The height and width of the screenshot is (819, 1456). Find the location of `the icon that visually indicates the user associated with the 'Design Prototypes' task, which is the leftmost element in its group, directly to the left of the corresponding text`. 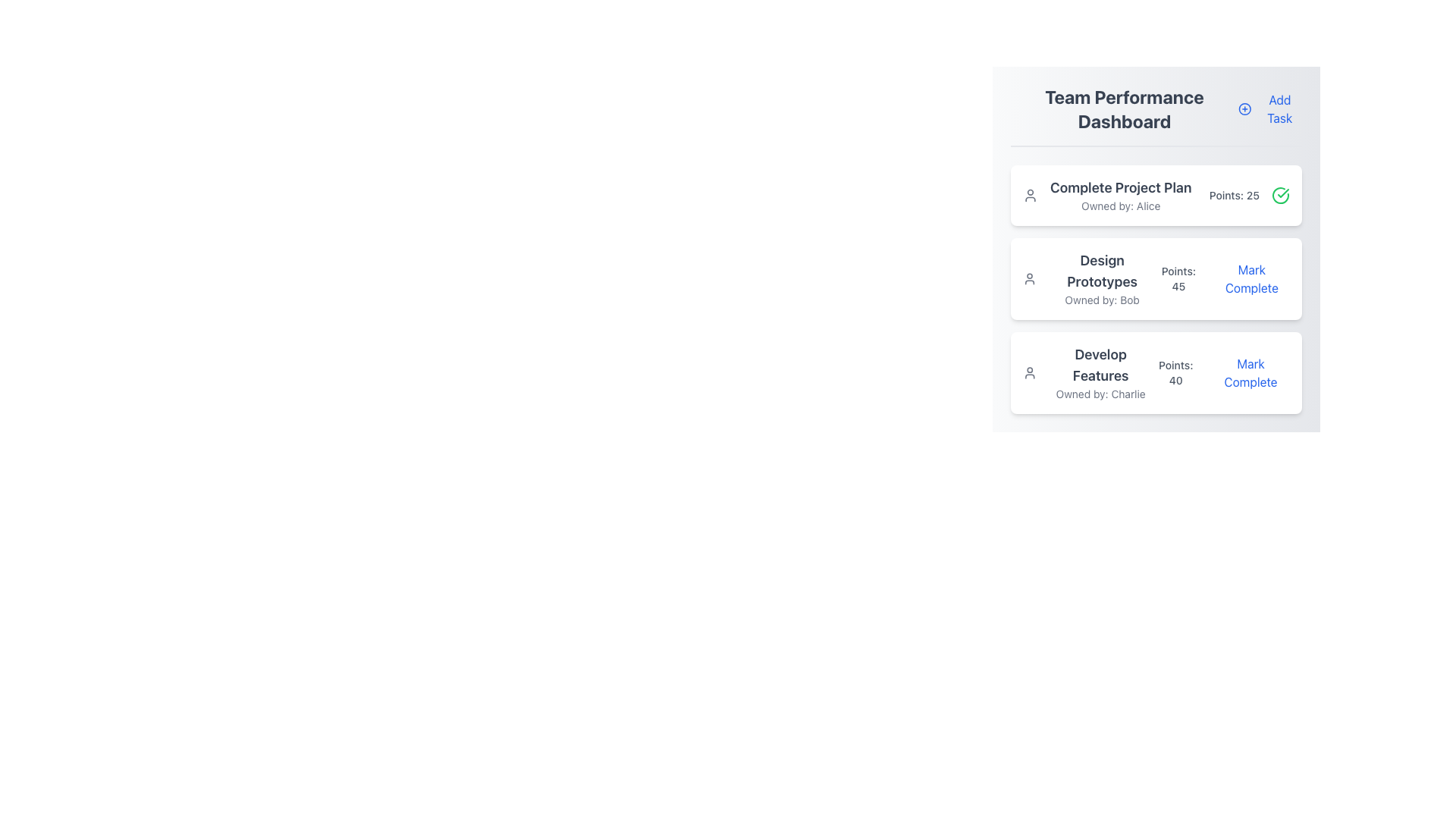

the icon that visually indicates the user associated with the 'Design Prototypes' task, which is the leftmost element in its group, directly to the left of the corresponding text is located at coordinates (1030, 278).